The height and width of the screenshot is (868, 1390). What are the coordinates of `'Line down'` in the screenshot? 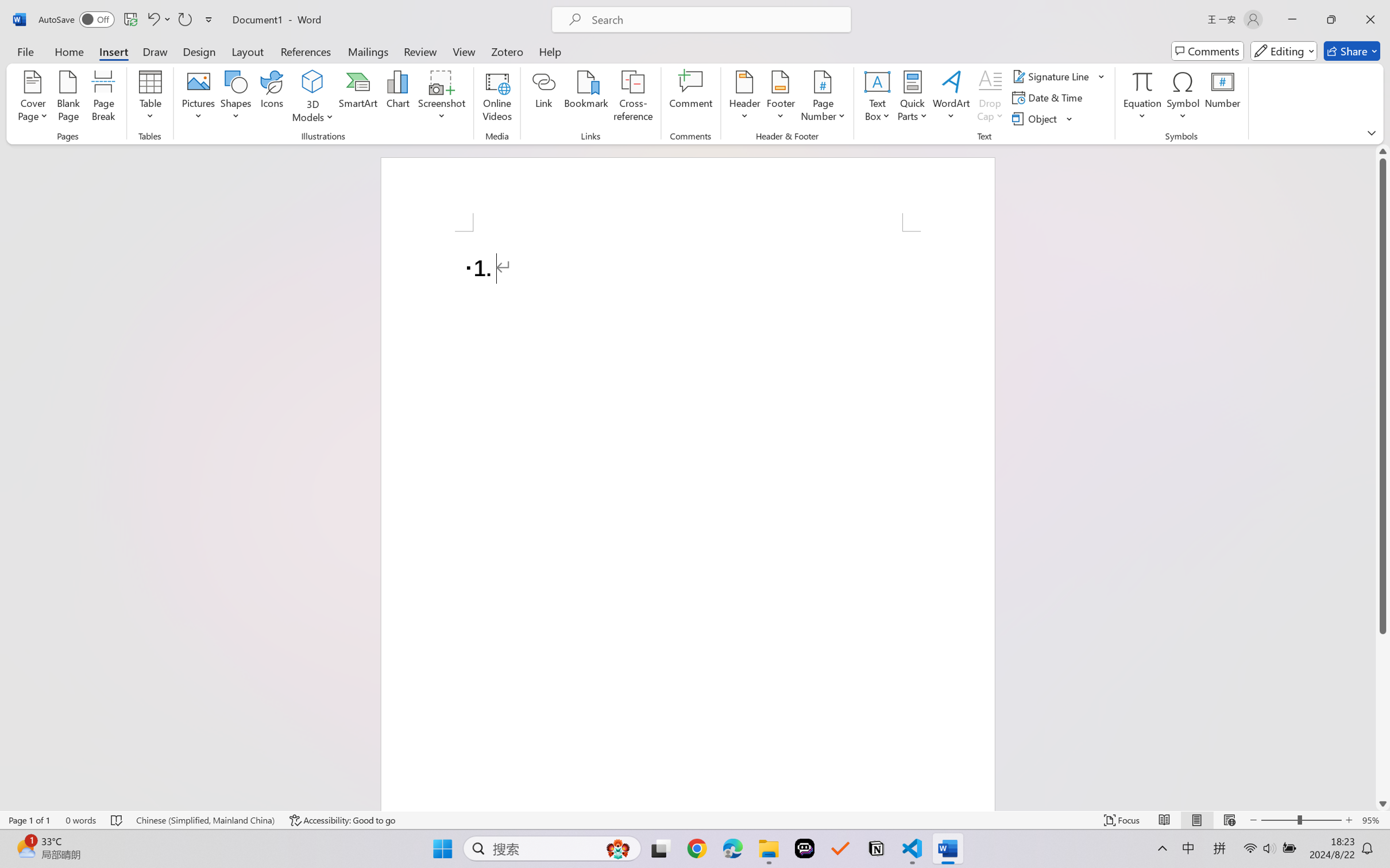 It's located at (1383, 803).